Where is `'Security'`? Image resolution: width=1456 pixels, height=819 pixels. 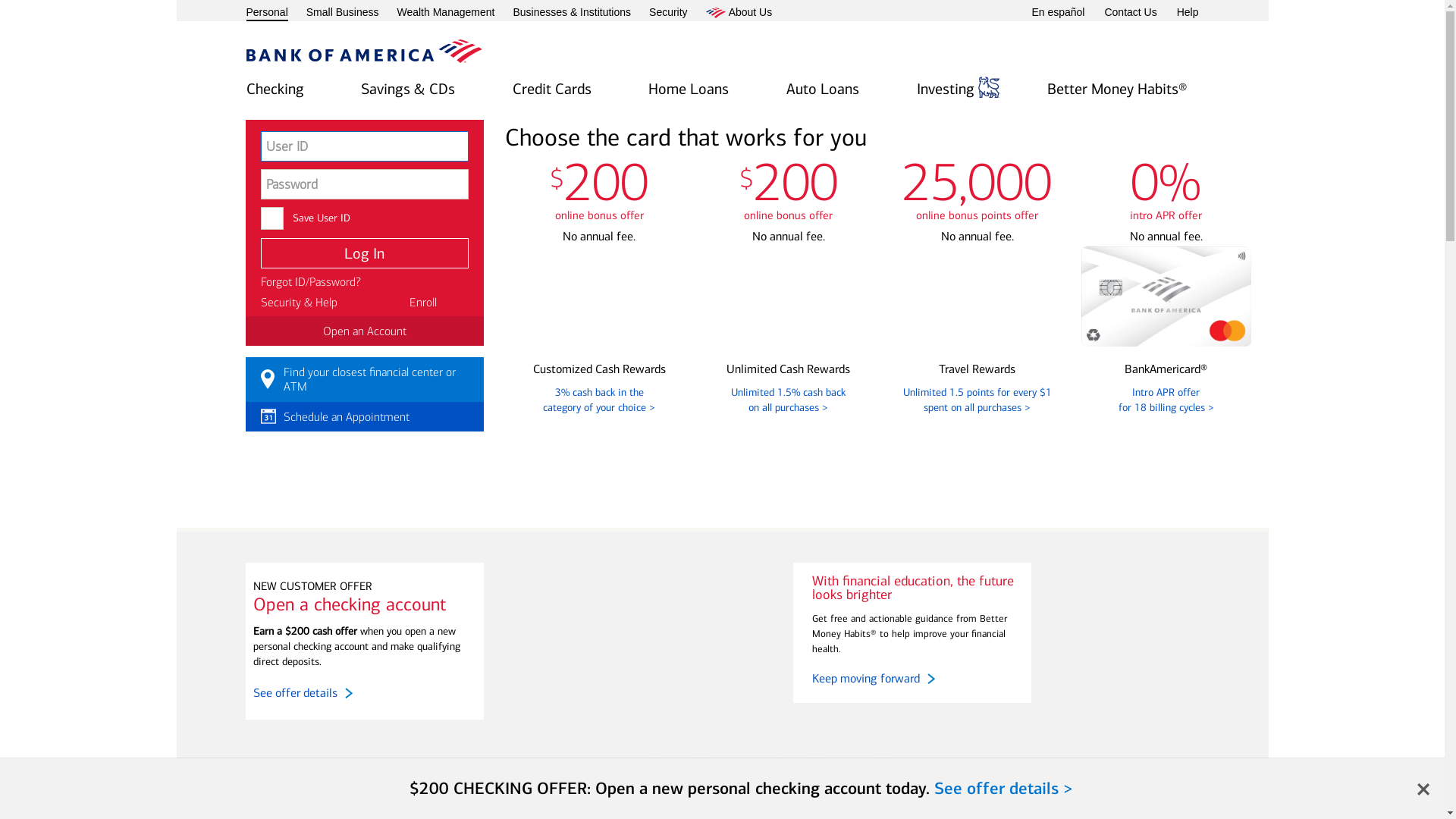
'Security' is located at coordinates (667, 12).